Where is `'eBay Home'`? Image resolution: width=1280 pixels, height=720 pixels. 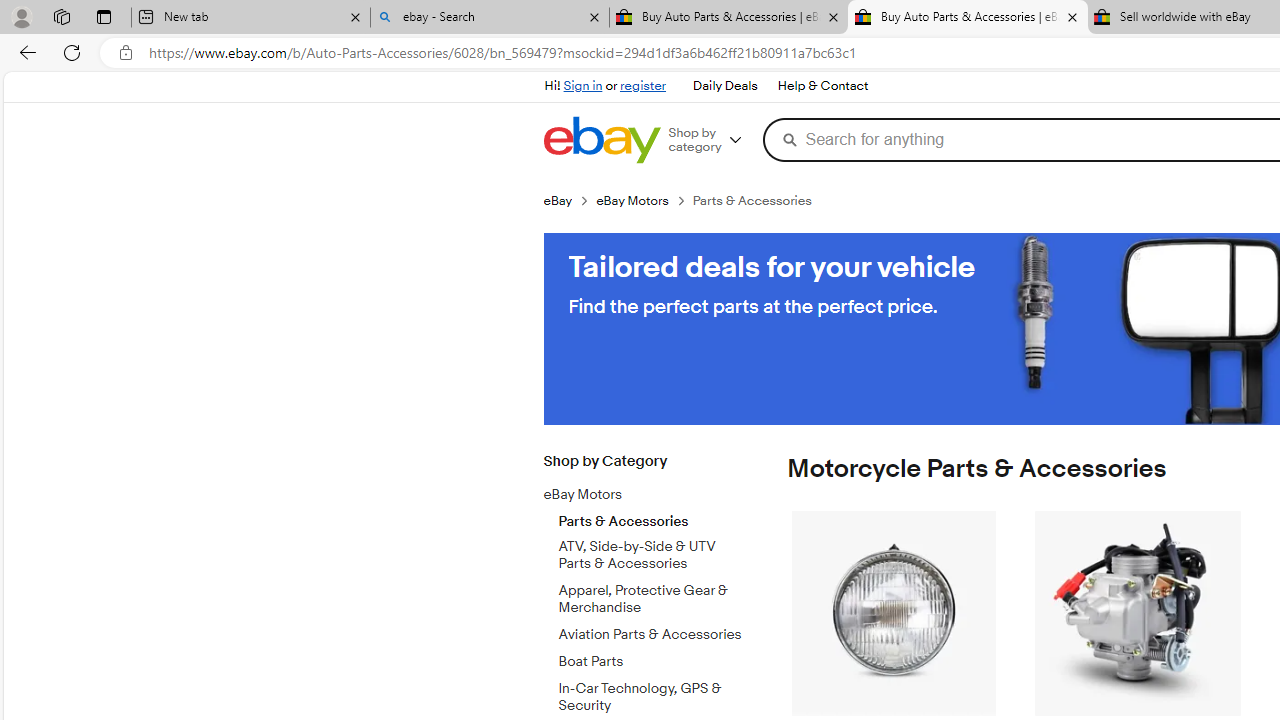
'eBay Home' is located at coordinates (600, 139).